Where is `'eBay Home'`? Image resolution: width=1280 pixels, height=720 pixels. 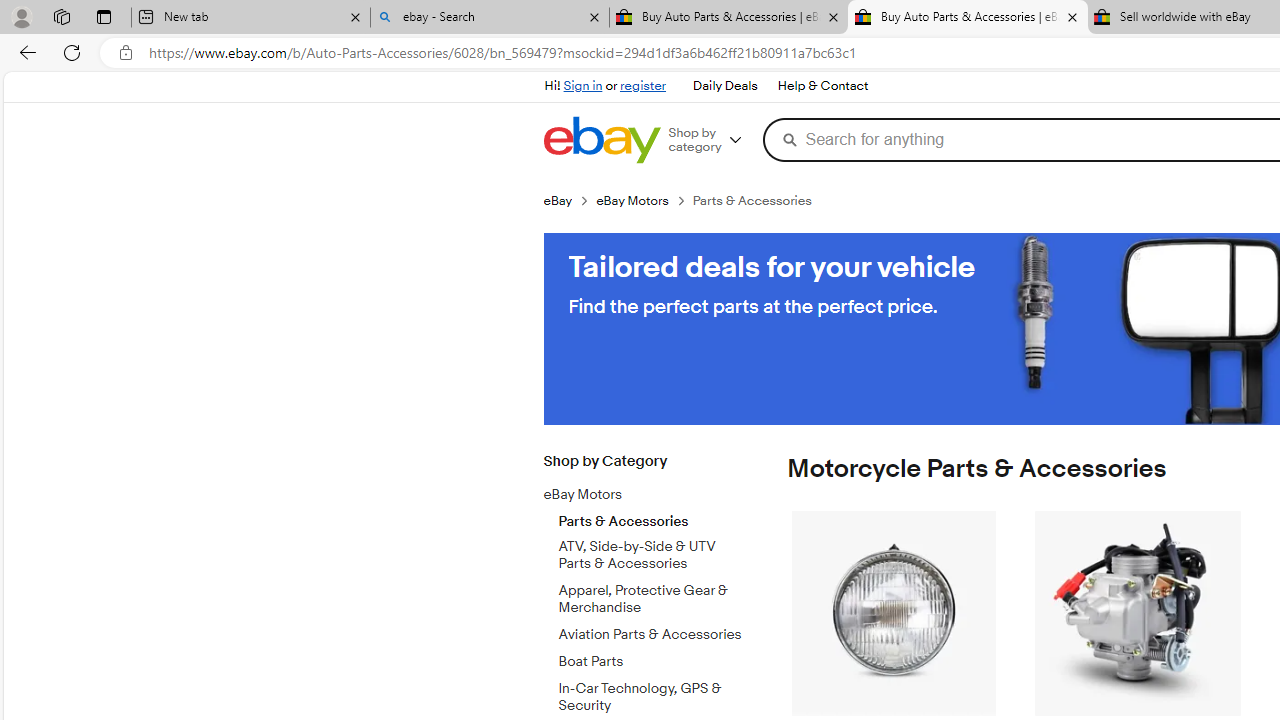
'eBay Home' is located at coordinates (600, 139).